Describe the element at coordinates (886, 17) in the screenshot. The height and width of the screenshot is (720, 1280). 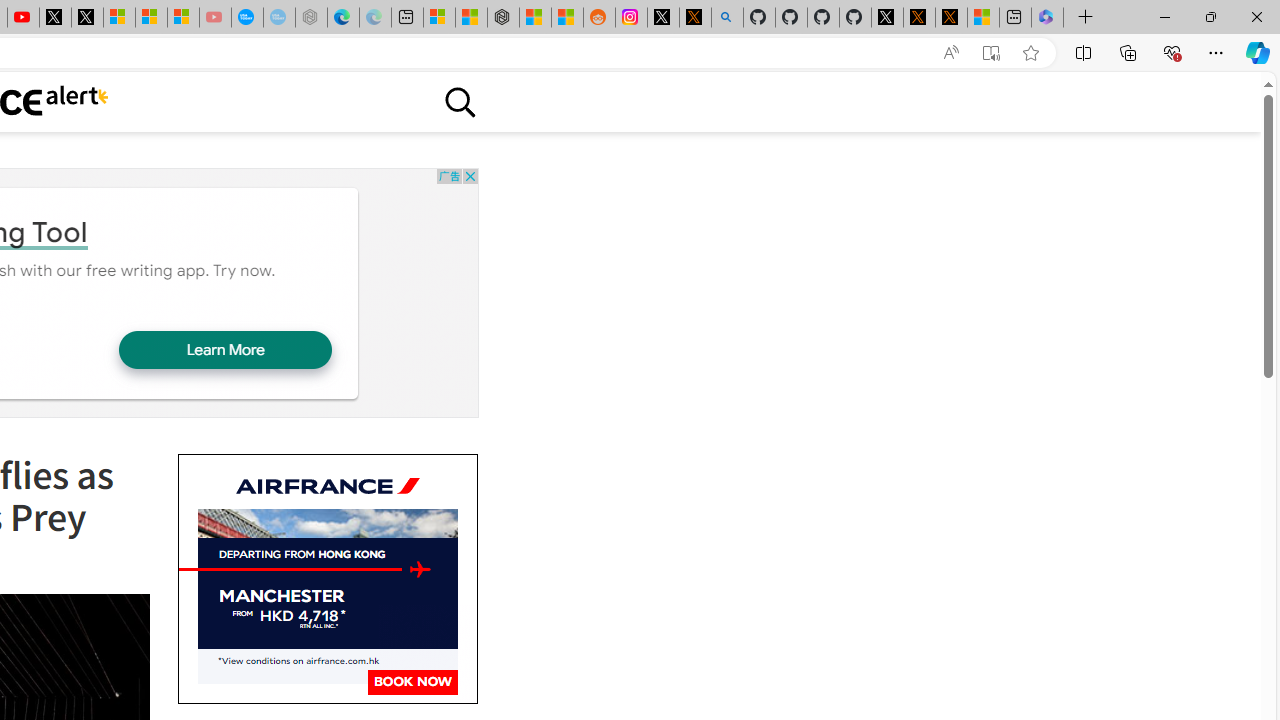
I see `'Profile / X'` at that location.